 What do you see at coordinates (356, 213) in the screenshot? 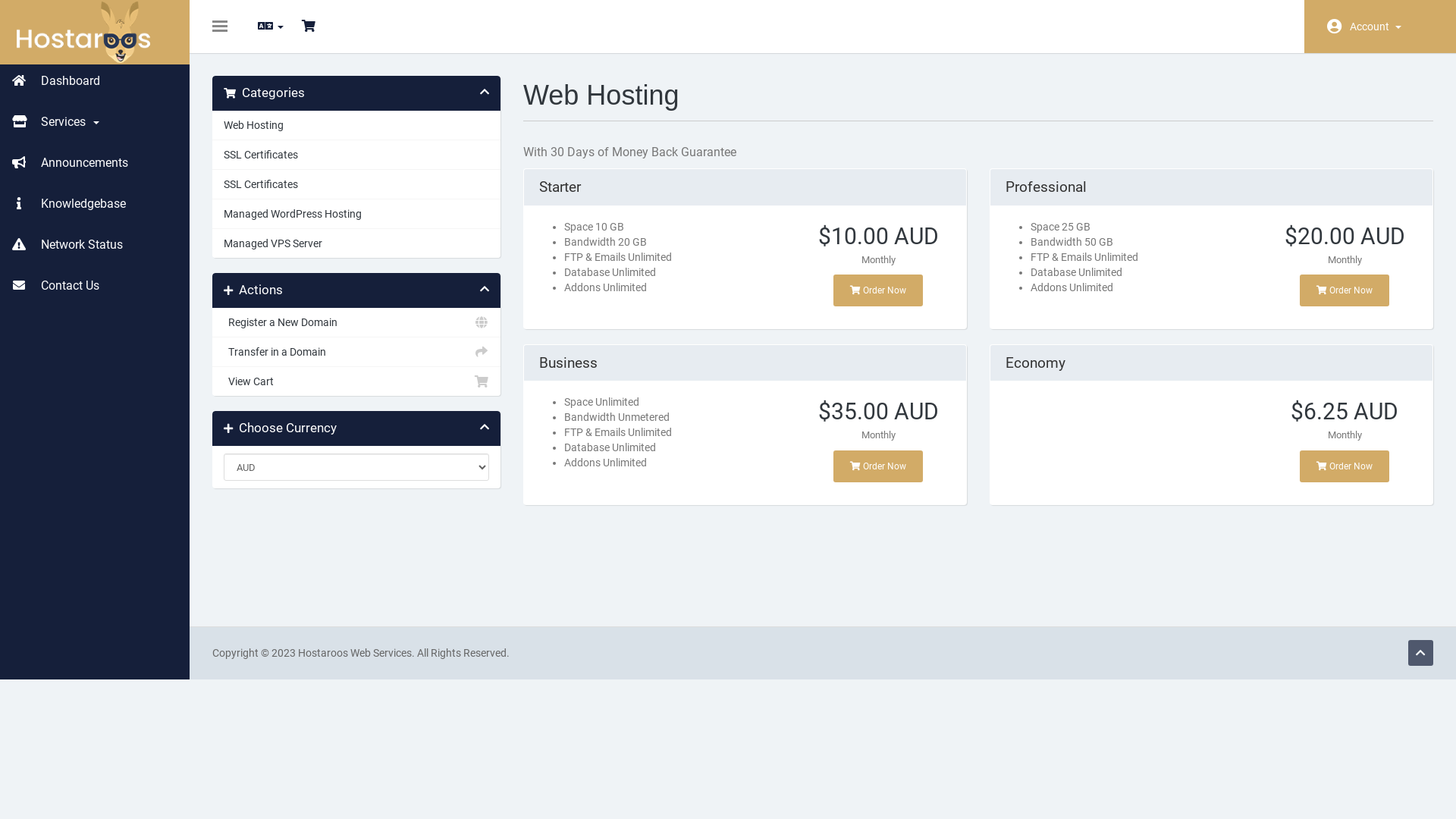
I see `'Managed WordPress Hosting'` at bounding box center [356, 213].